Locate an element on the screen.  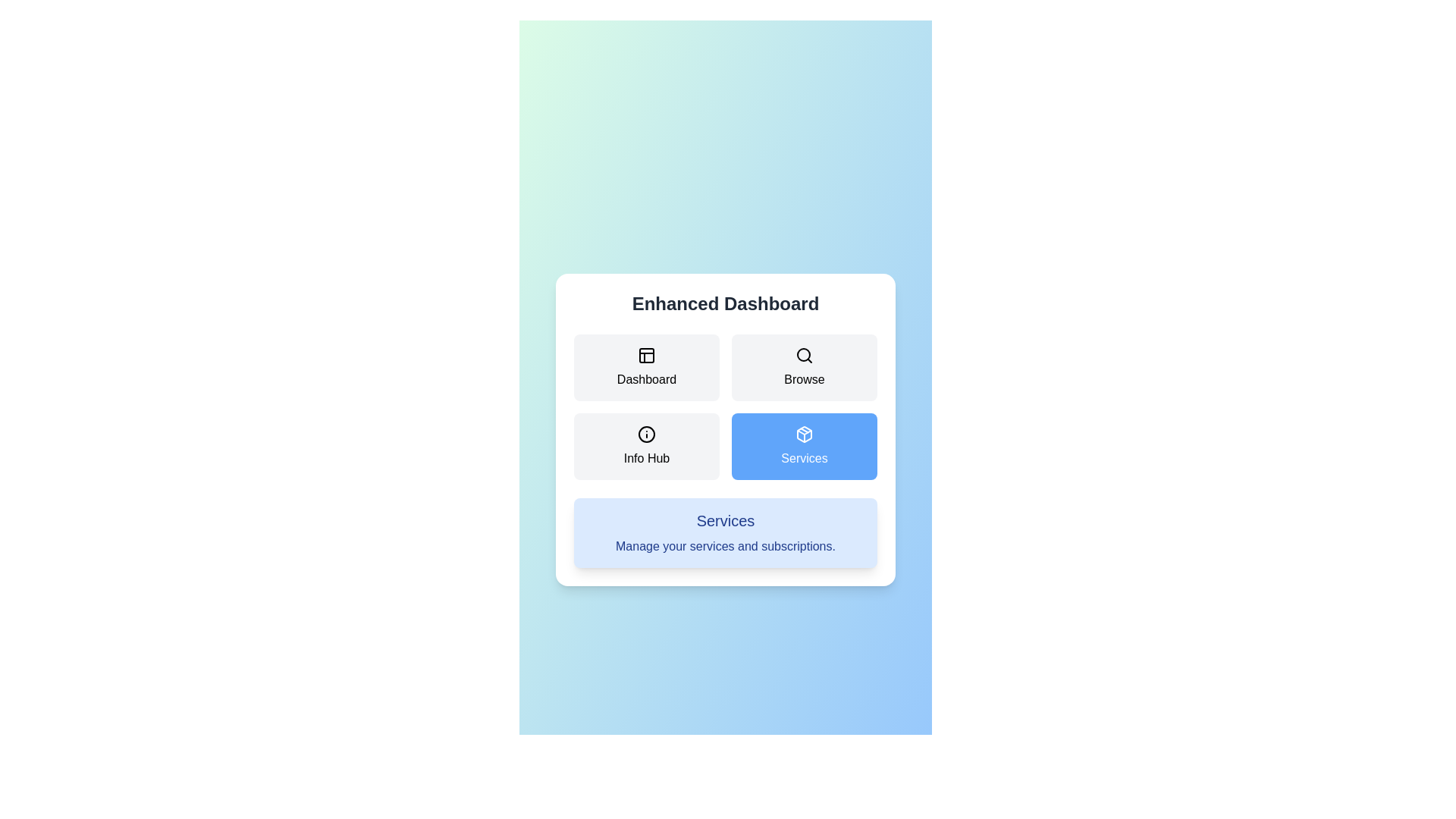
the Browse tab by clicking on its button is located at coordinates (803, 368).